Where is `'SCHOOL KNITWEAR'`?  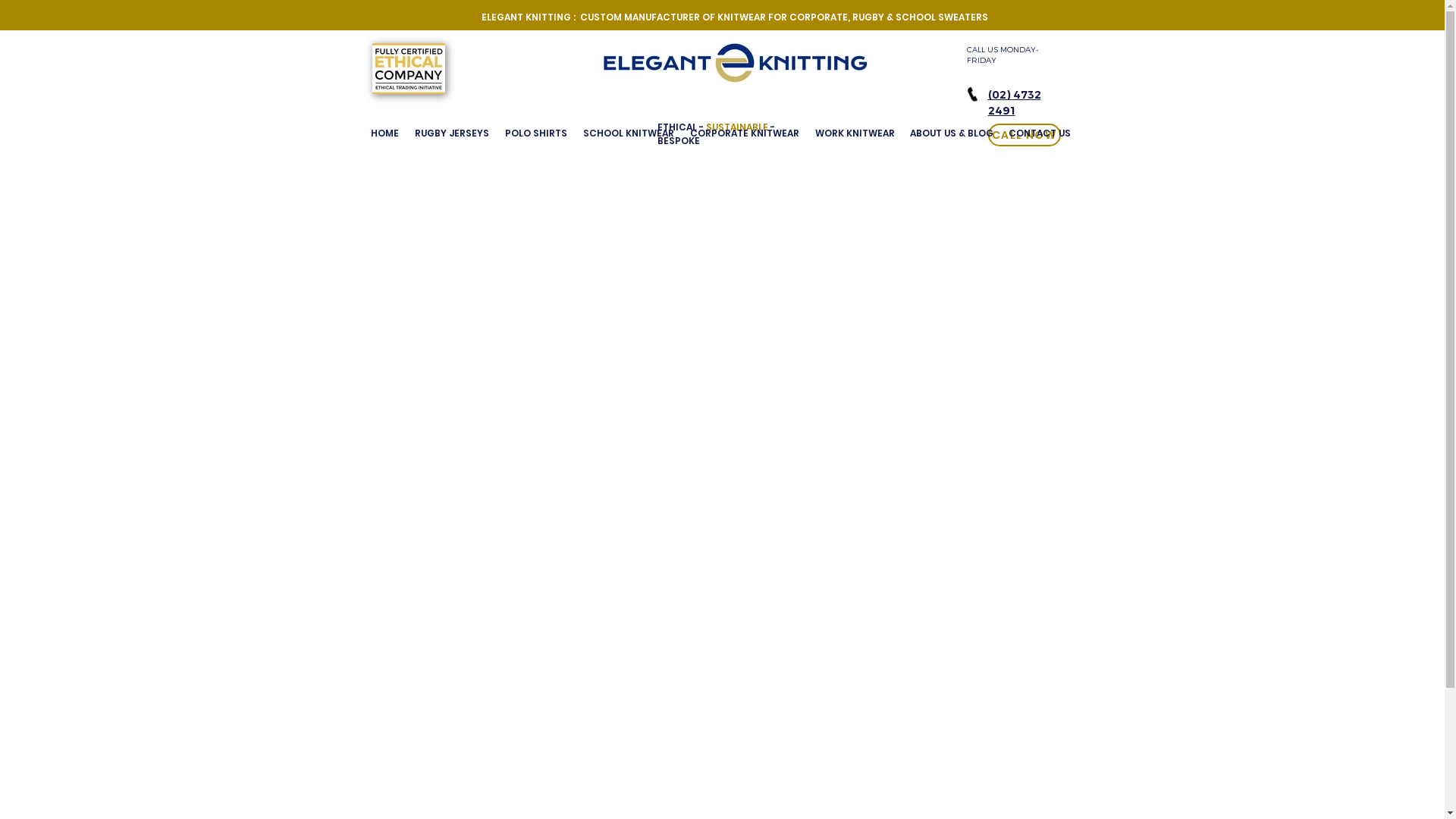
'SCHOOL KNITWEAR' is located at coordinates (574, 133).